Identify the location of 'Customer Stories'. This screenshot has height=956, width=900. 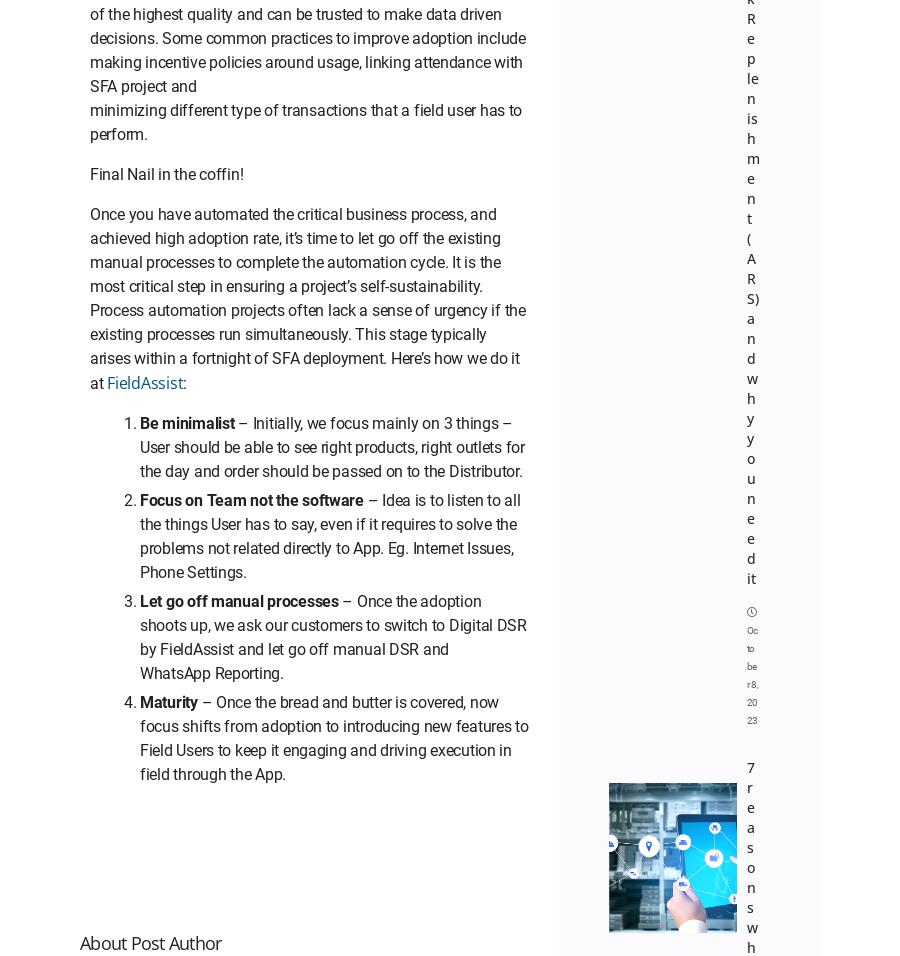
(634, 12).